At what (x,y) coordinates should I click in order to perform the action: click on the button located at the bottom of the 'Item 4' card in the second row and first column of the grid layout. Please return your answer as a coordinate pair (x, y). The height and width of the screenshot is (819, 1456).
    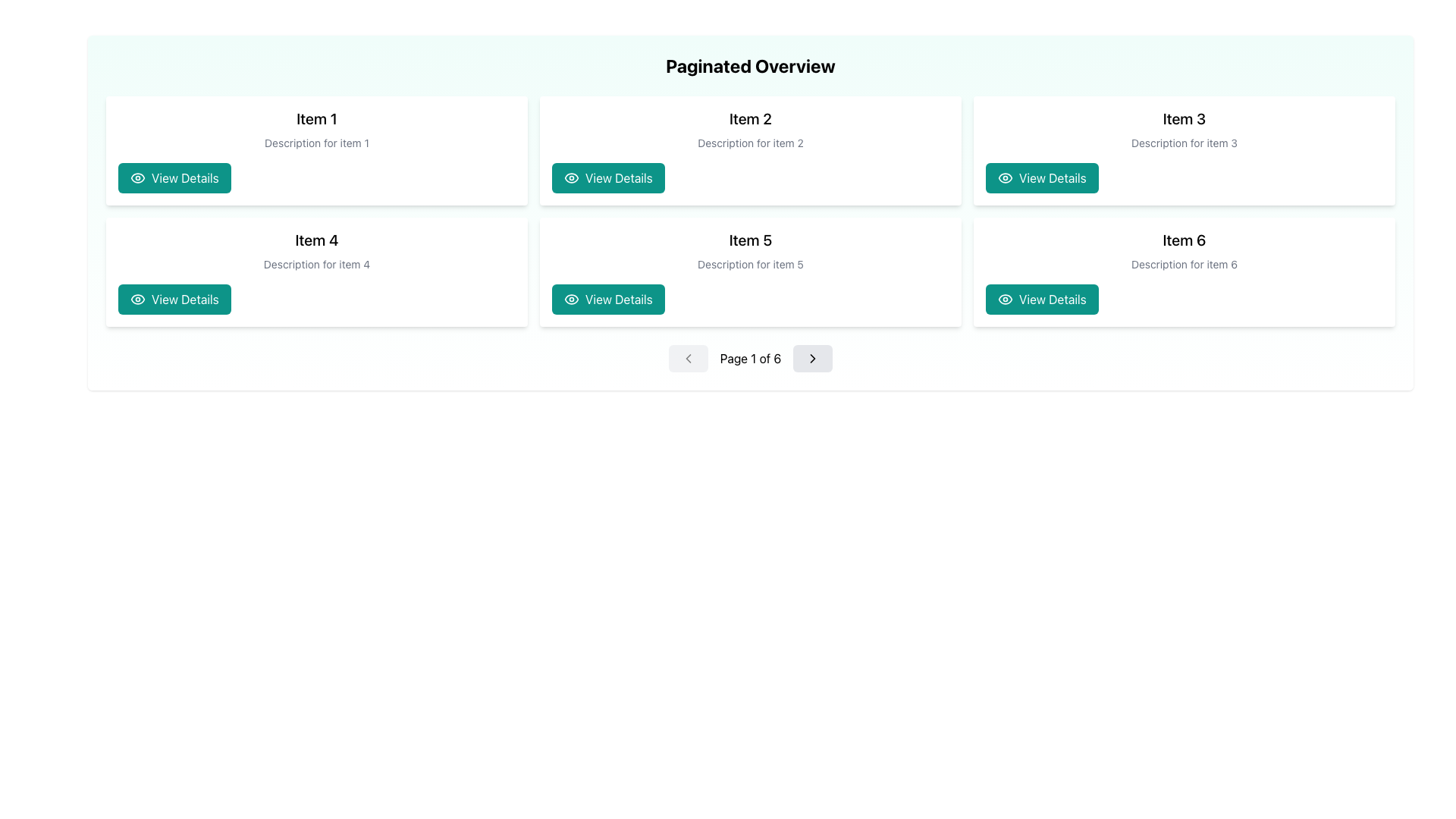
    Looking at the image, I should click on (174, 299).